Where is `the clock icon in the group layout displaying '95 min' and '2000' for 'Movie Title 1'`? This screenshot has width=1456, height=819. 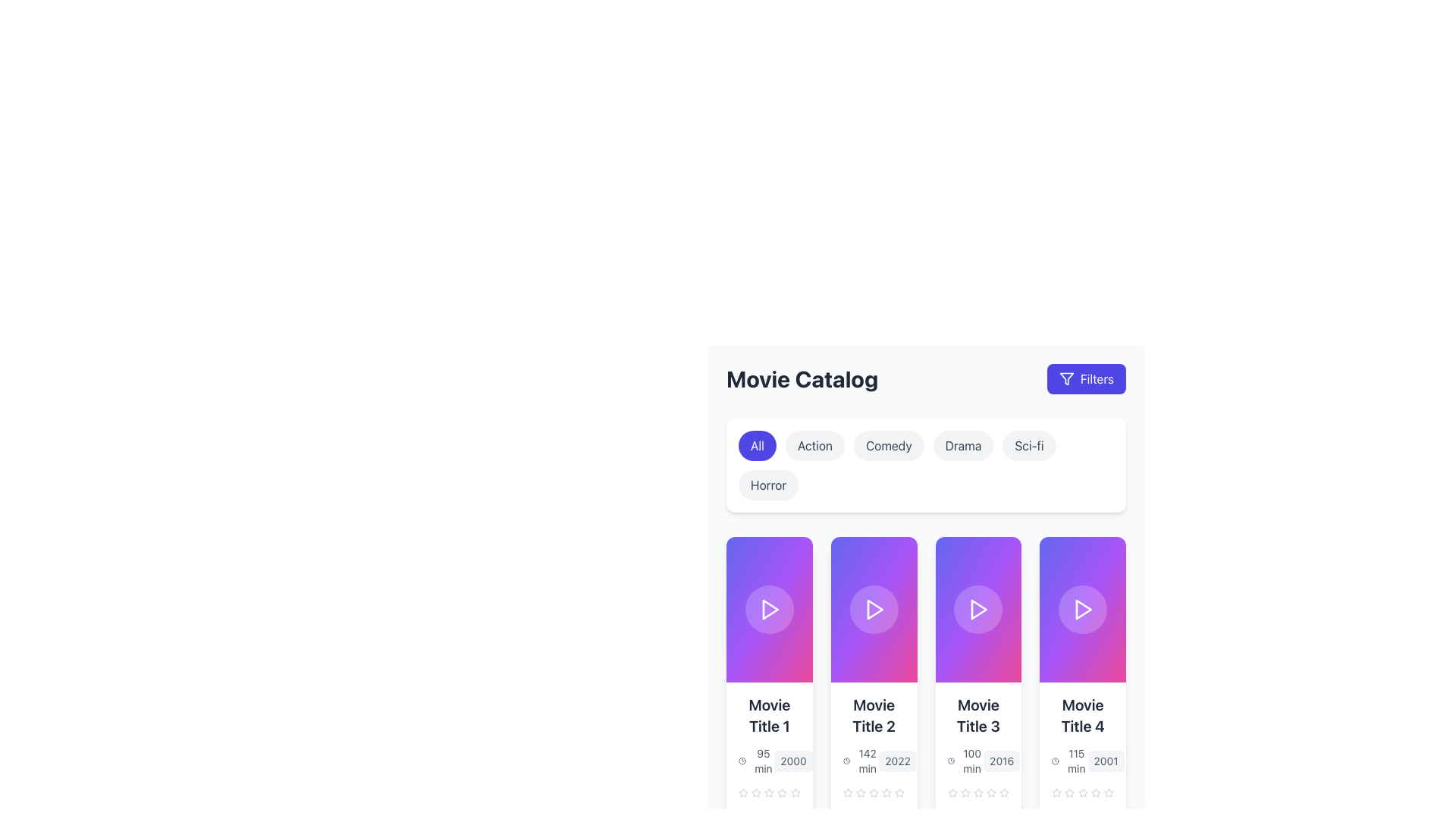
the clock icon in the group layout displaying '95 min' and '2000' for 'Movie Title 1' is located at coordinates (769, 761).